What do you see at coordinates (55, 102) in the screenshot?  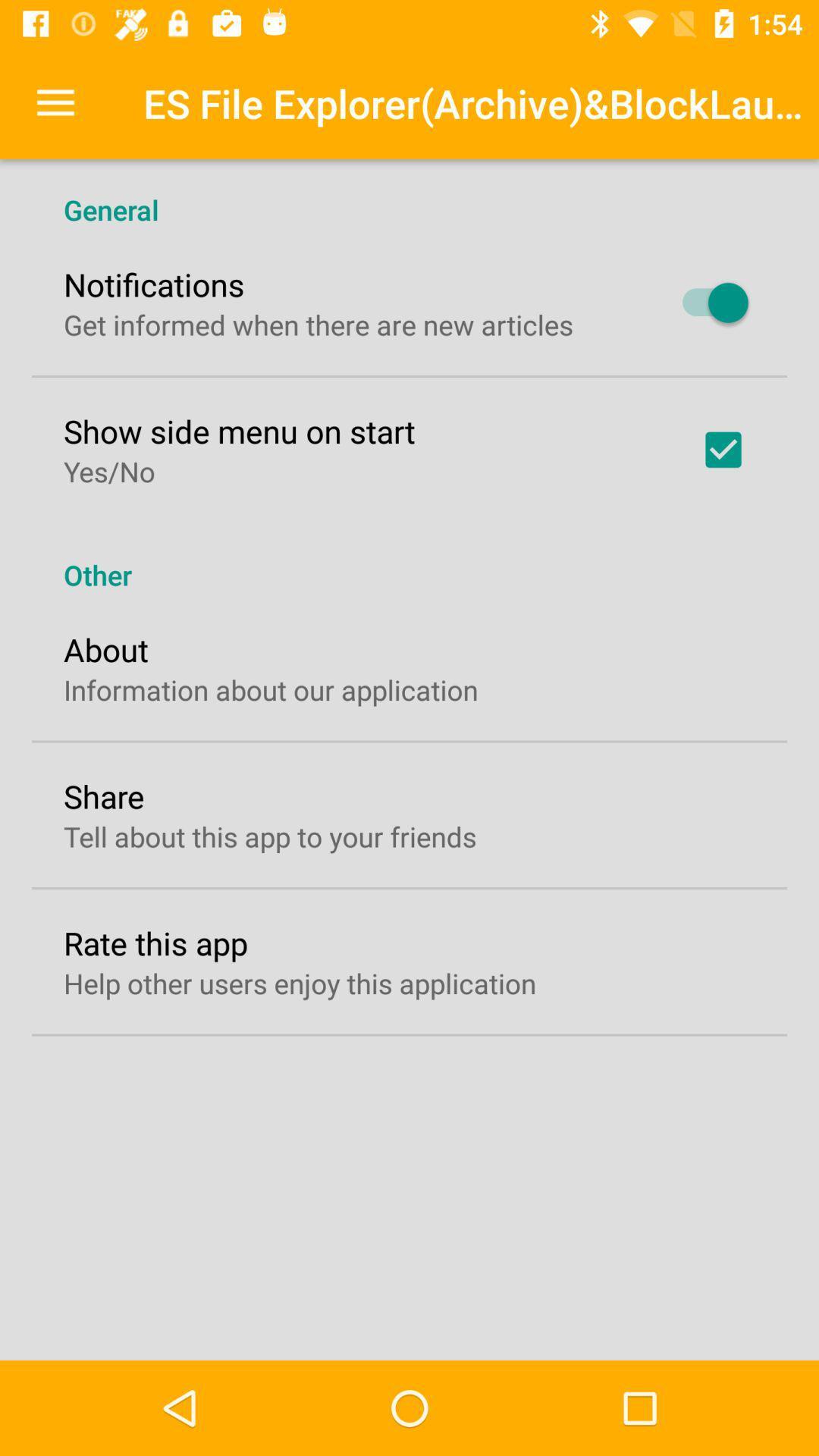 I see `the app to the left of the es file explorer` at bounding box center [55, 102].